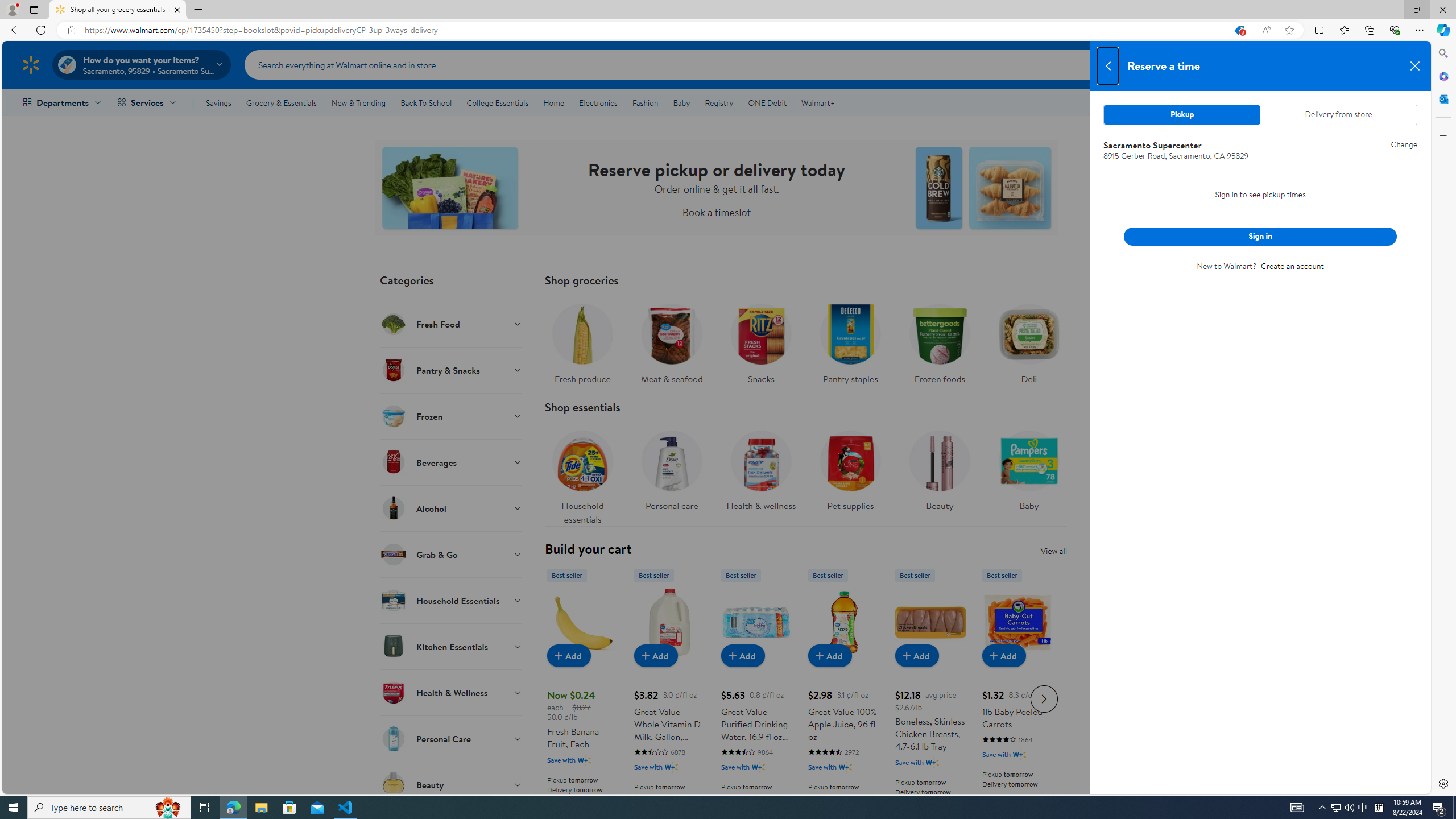 The image size is (1456, 819). What do you see at coordinates (1400, 64) in the screenshot?
I see `'Cart contains 0 items Total Amount $0.00'` at bounding box center [1400, 64].